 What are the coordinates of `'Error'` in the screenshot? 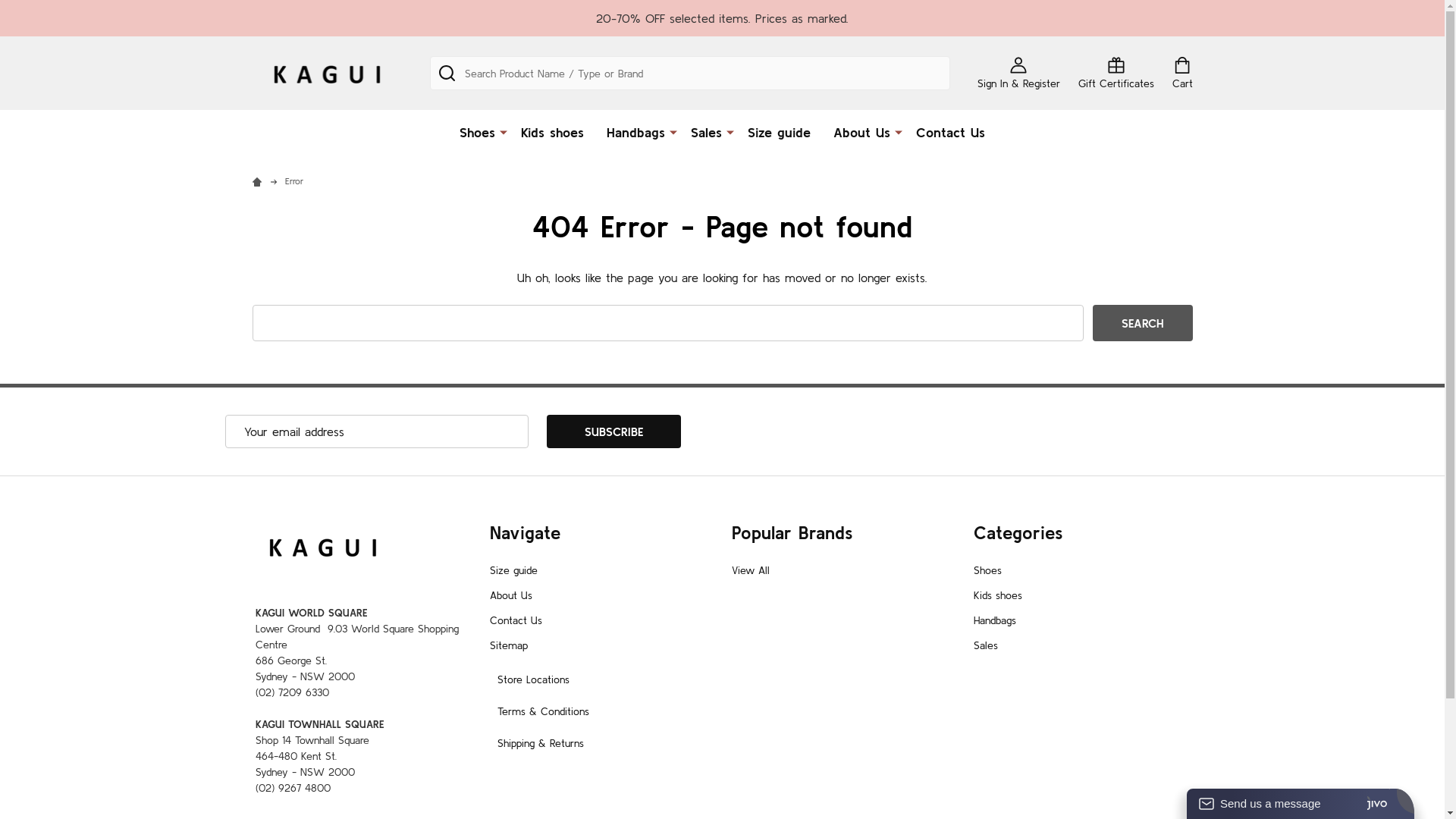 It's located at (294, 180).